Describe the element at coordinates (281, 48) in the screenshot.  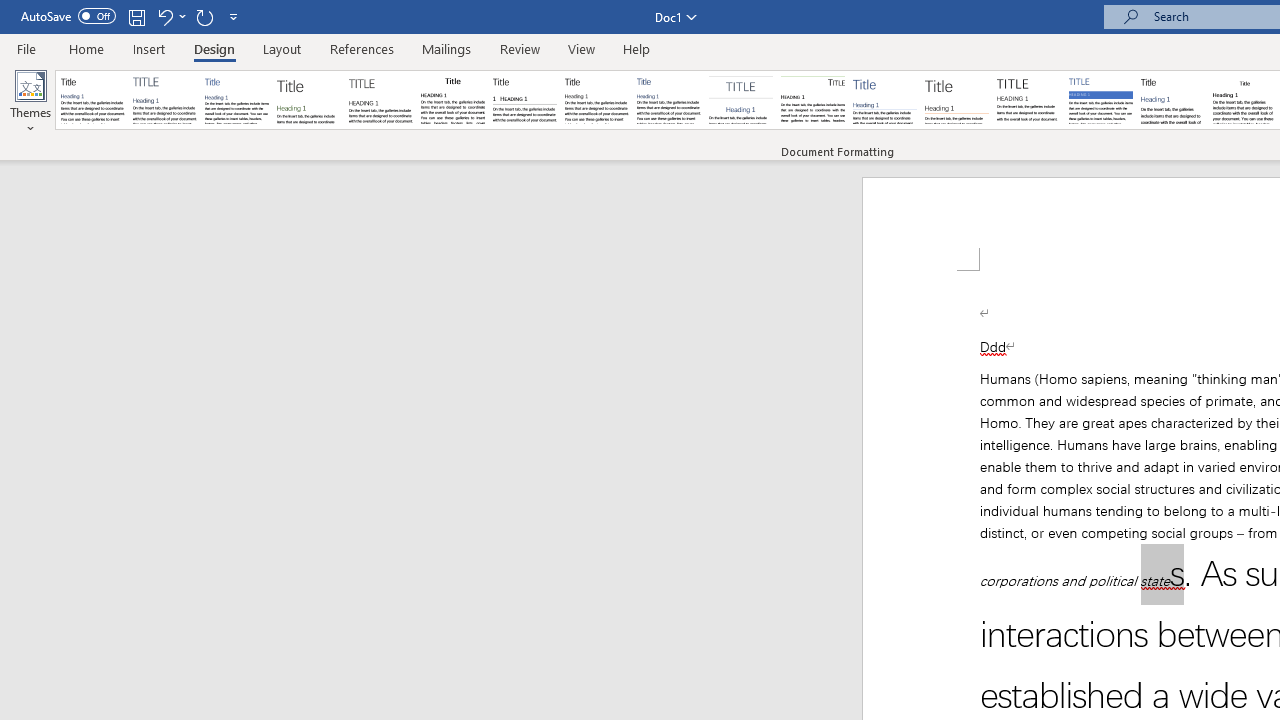
I see `'Layout'` at that location.